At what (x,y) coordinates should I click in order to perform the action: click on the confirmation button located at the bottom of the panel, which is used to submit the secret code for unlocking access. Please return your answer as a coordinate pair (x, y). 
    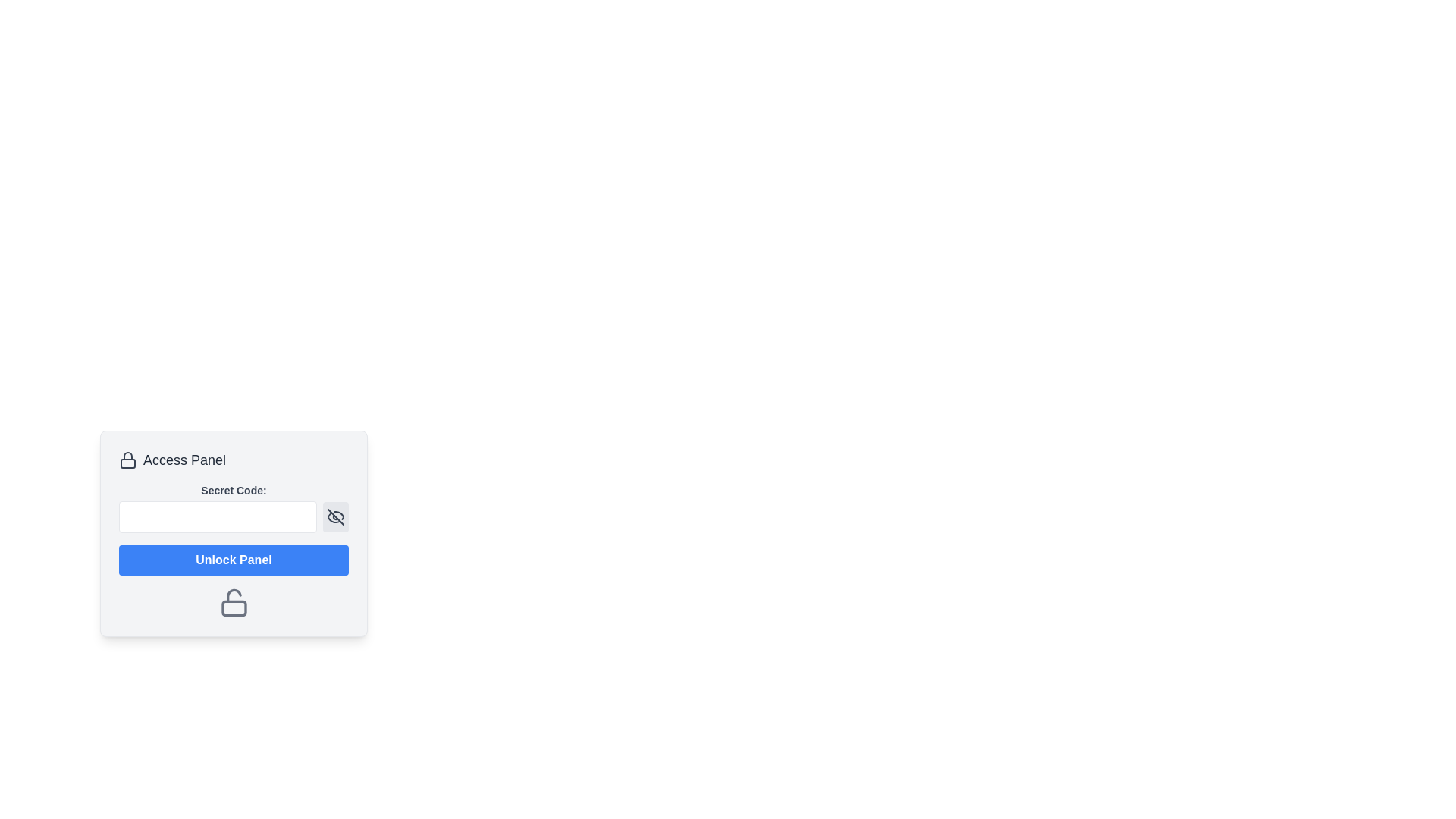
    Looking at the image, I should click on (233, 560).